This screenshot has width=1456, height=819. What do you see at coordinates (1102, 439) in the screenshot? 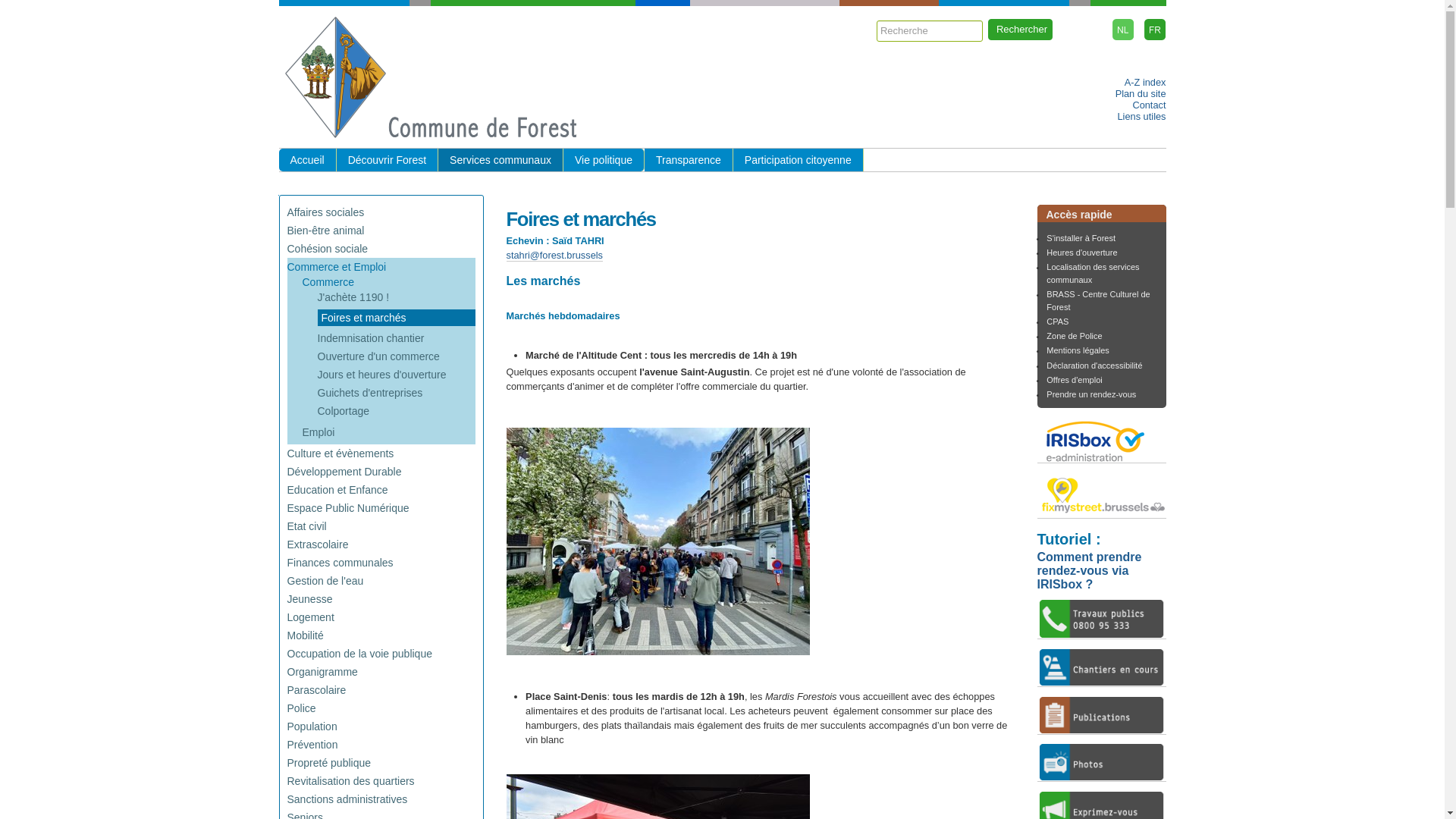
I see `'IRISbox'` at bounding box center [1102, 439].